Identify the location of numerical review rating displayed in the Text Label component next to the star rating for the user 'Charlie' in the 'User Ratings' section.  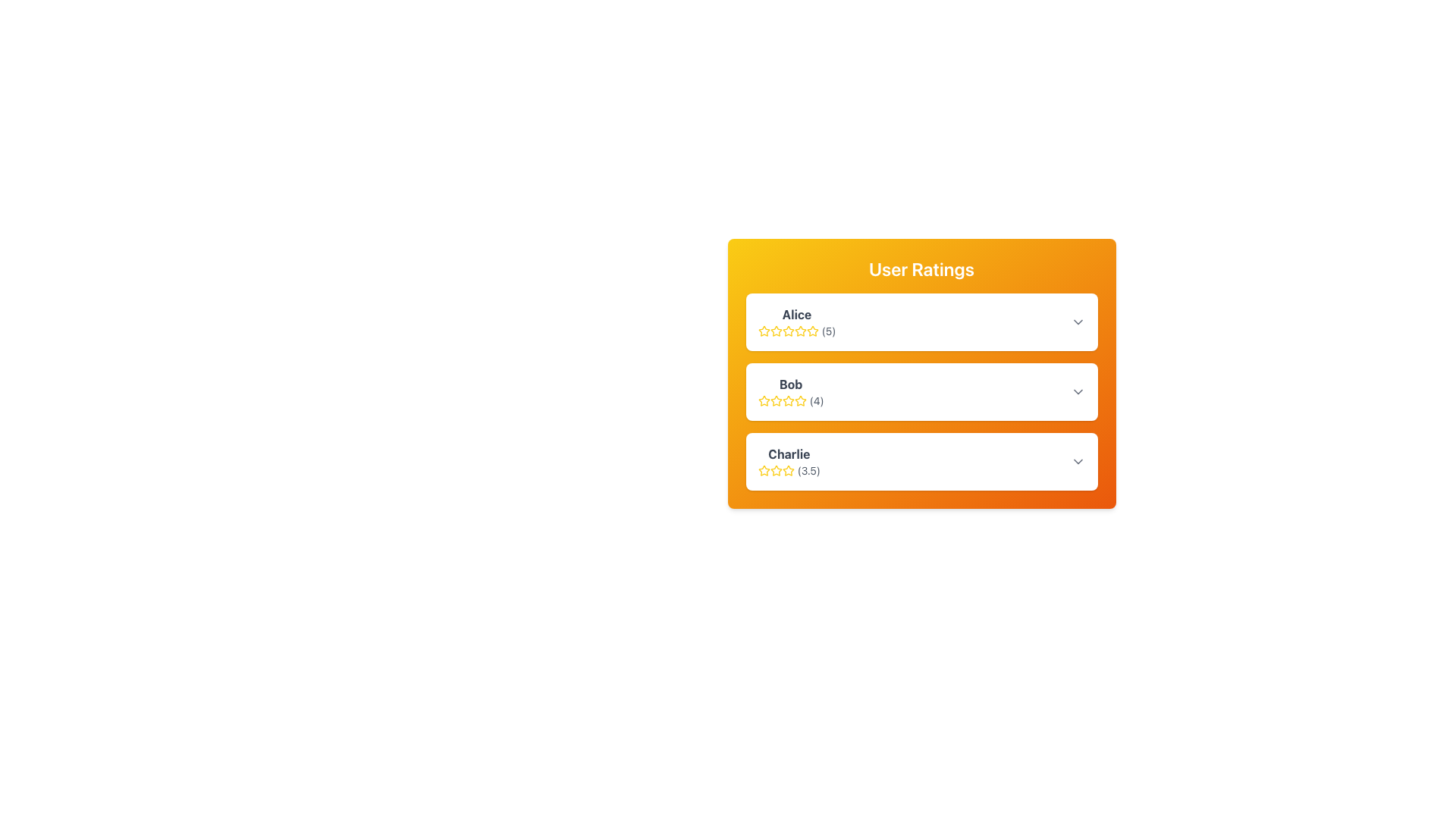
(808, 470).